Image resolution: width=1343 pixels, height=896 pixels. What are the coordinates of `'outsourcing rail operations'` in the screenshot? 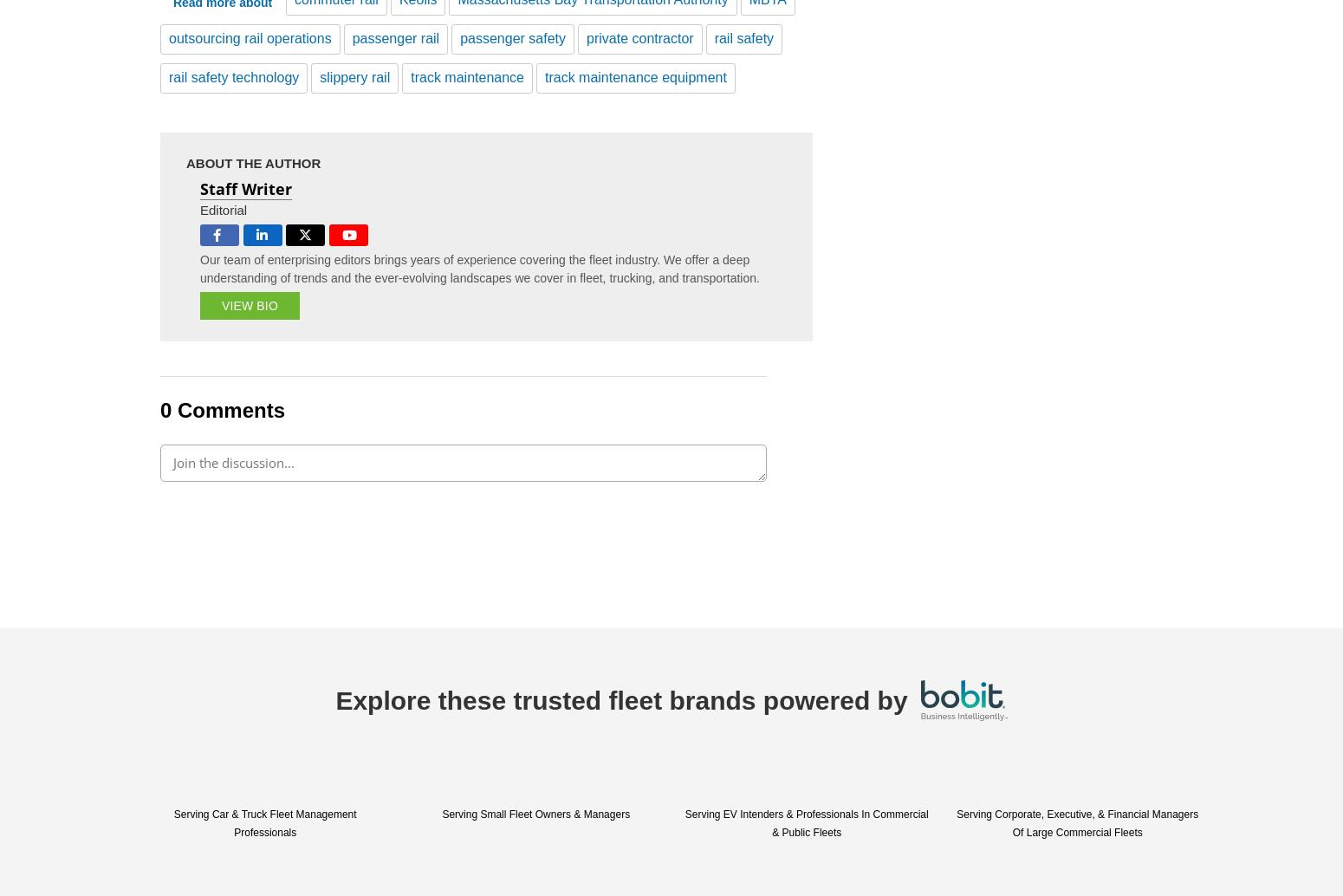 It's located at (167, 37).